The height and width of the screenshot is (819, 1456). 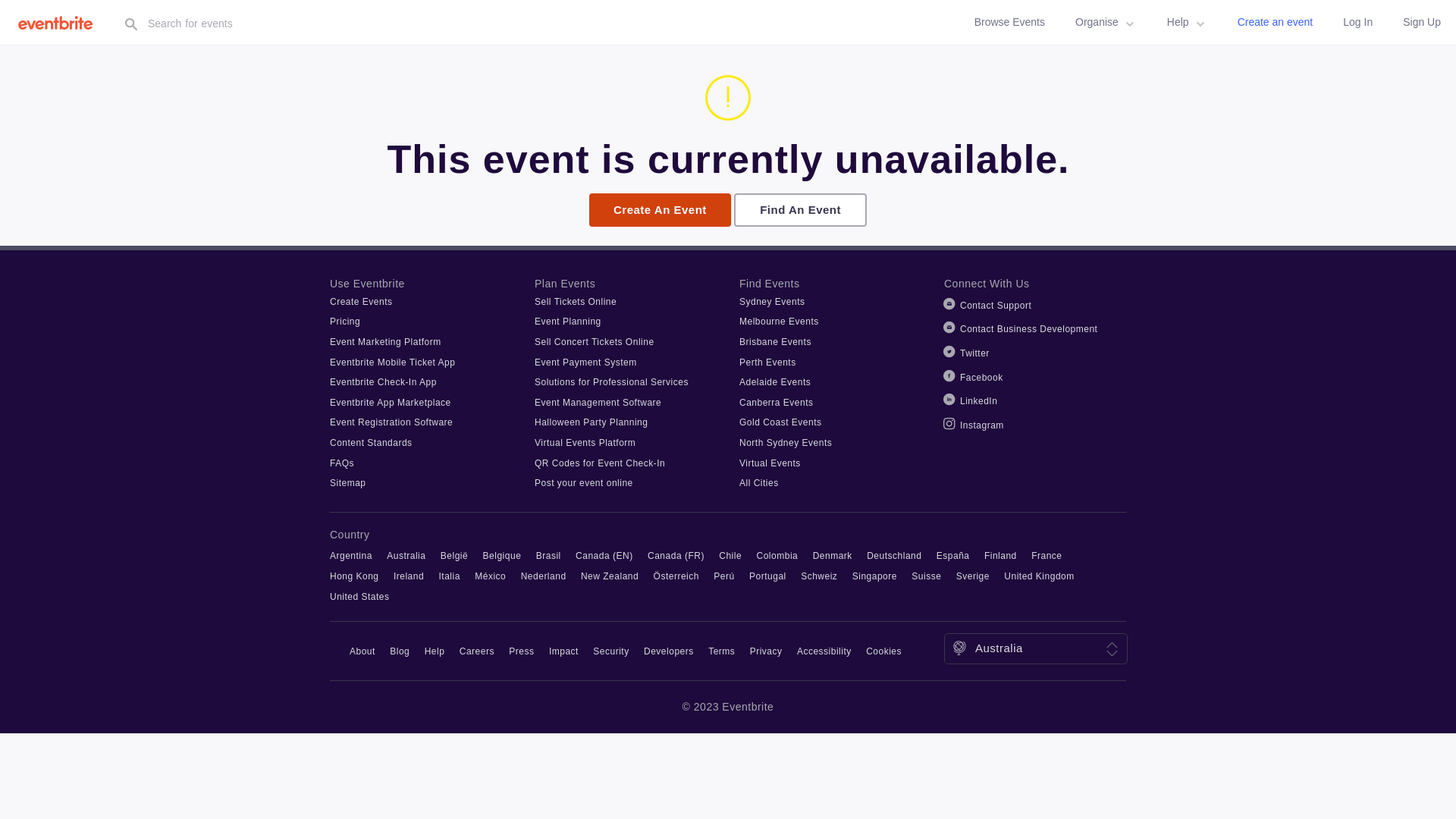 I want to click on 'Italia', so click(x=449, y=576).